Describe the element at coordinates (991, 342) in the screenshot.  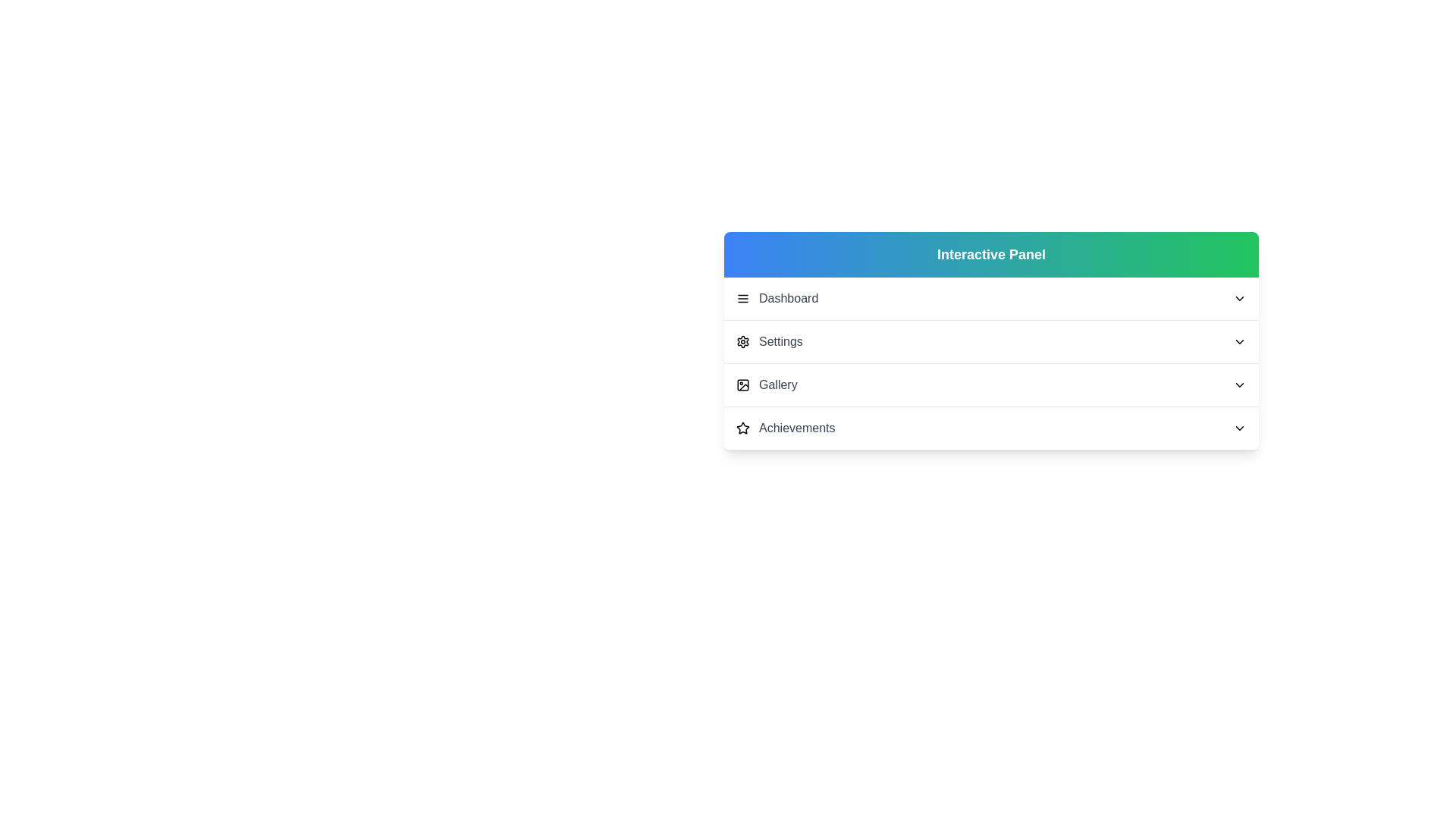
I see `the 'Settings' menu item, which is the second item in the vertical menu list` at that location.